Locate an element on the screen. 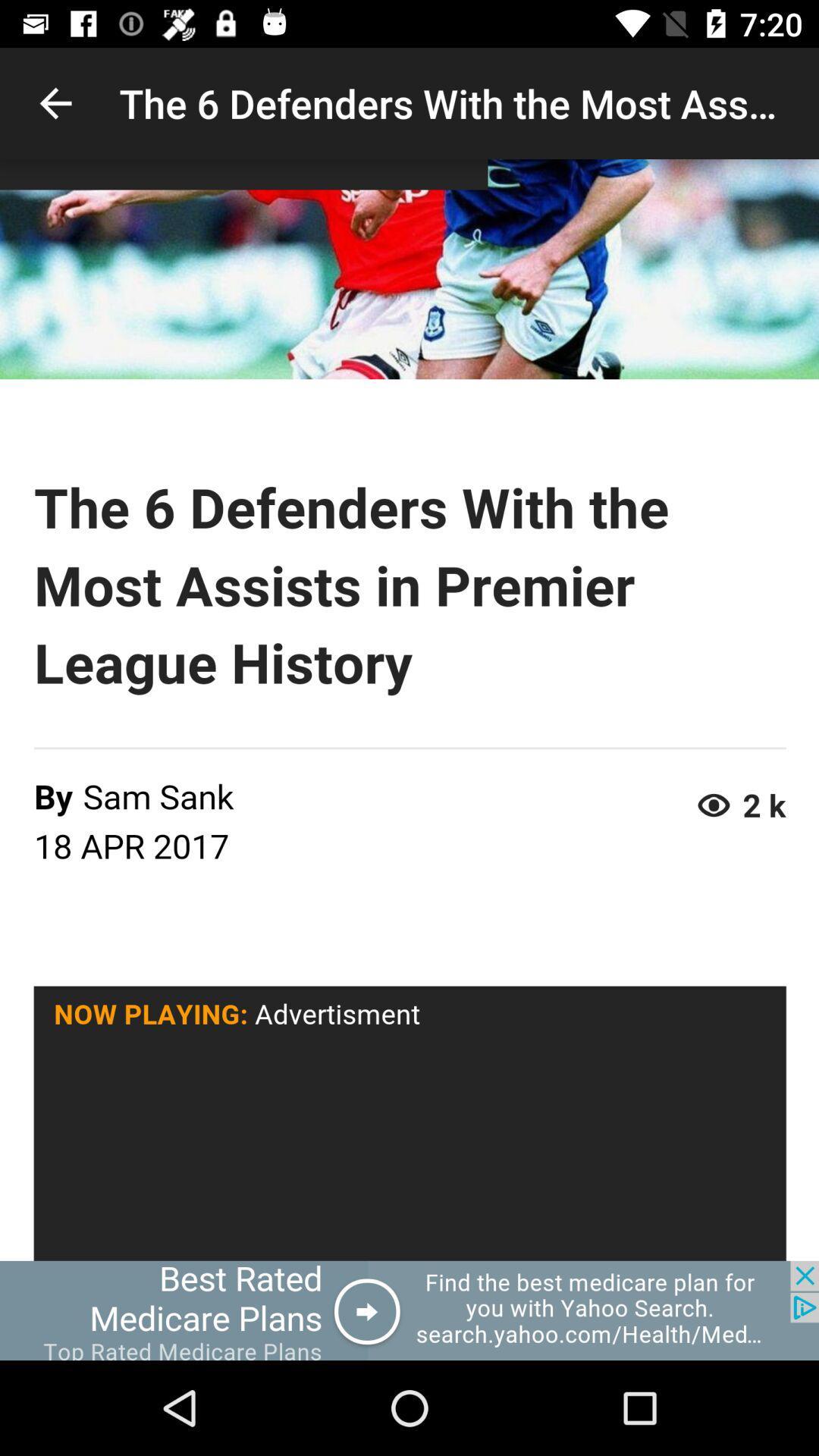 The height and width of the screenshot is (1456, 819). advertisement is located at coordinates (409, 1310).